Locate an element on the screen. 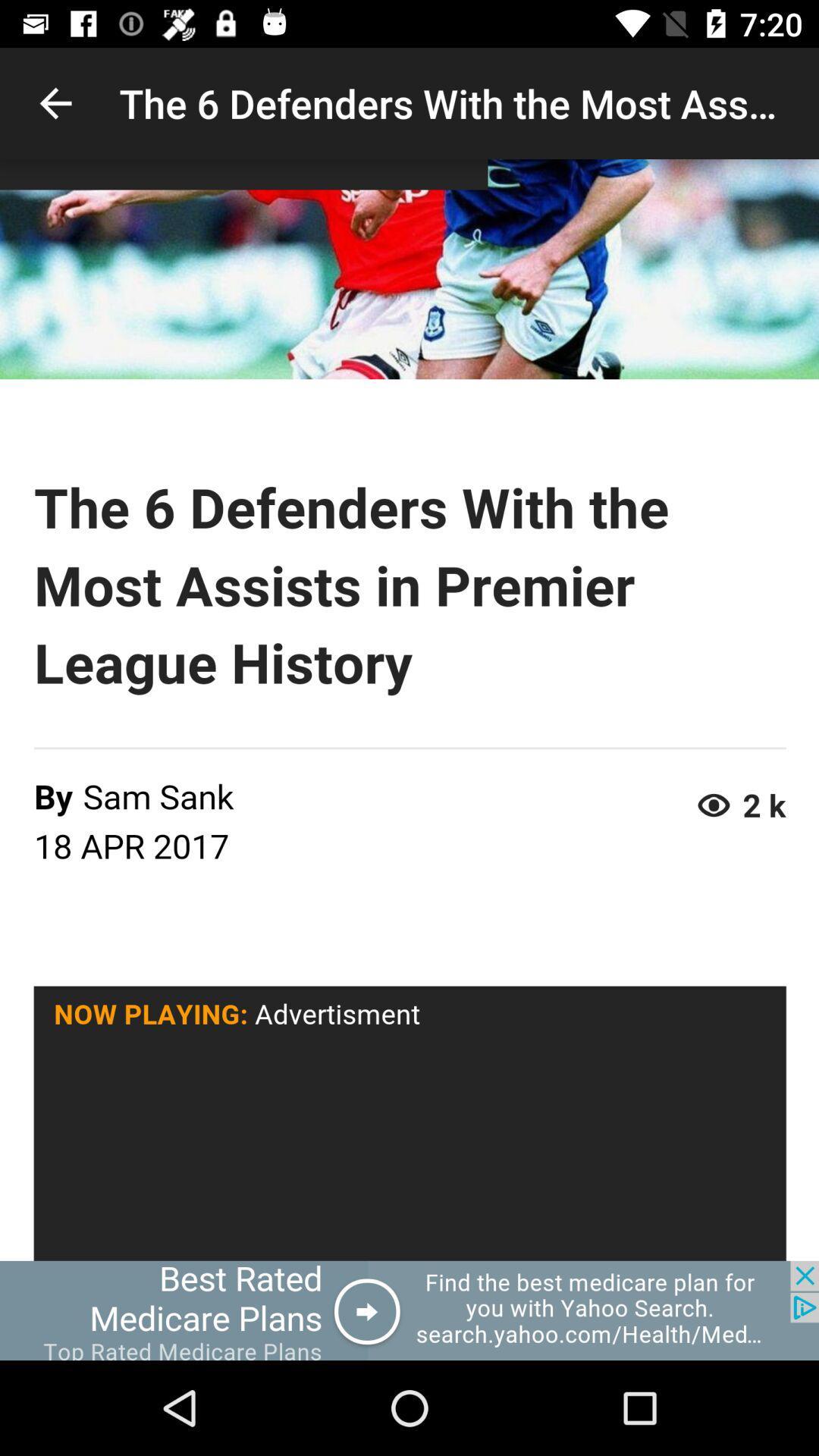 The height and width of the screenshot is (1456, 819). advertisement is located at coordinates (409, 1310).